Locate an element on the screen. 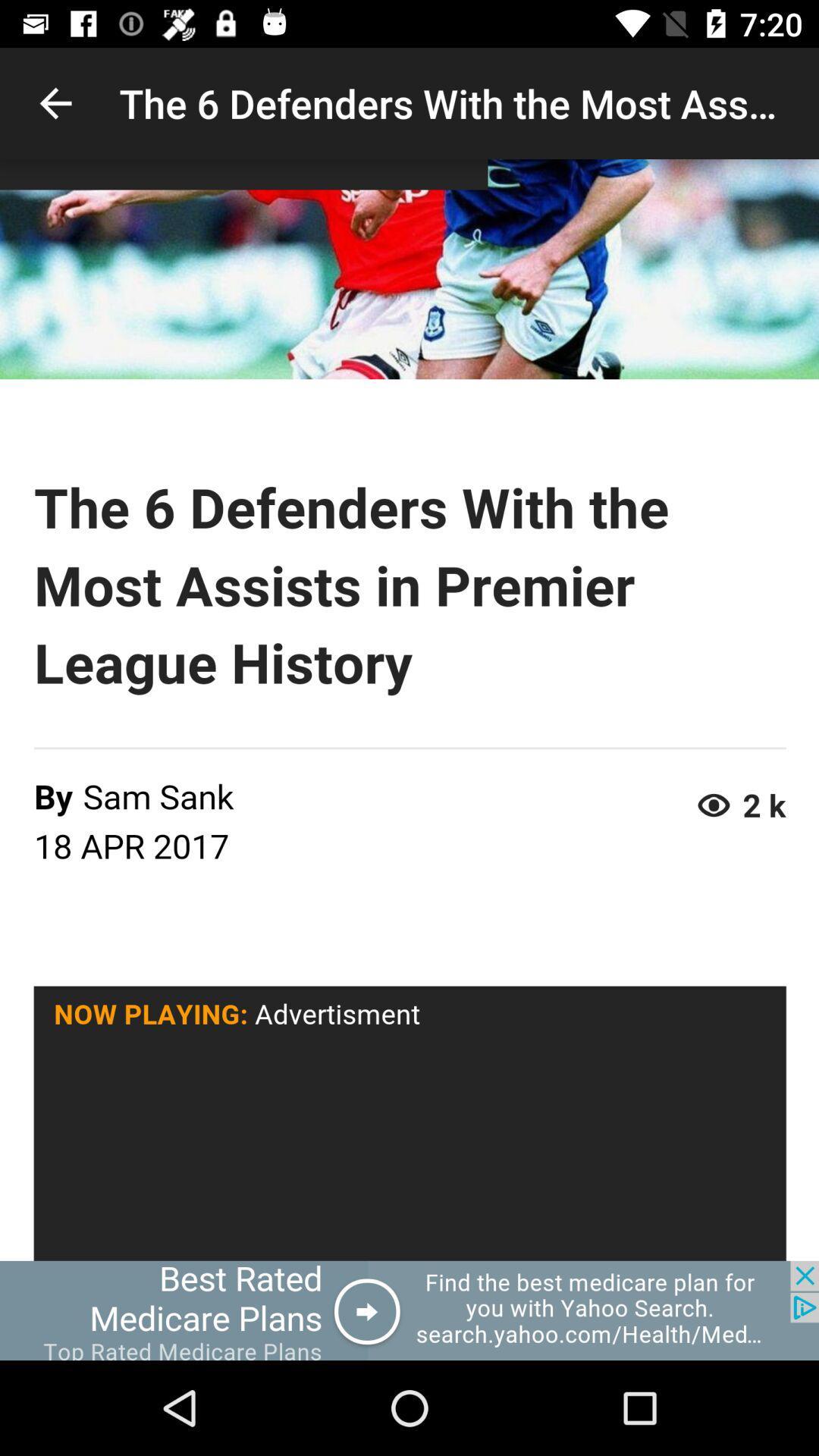 The height and width of the screenshot is (1456, 819). advertisement is located at coordinates (409, 1310).